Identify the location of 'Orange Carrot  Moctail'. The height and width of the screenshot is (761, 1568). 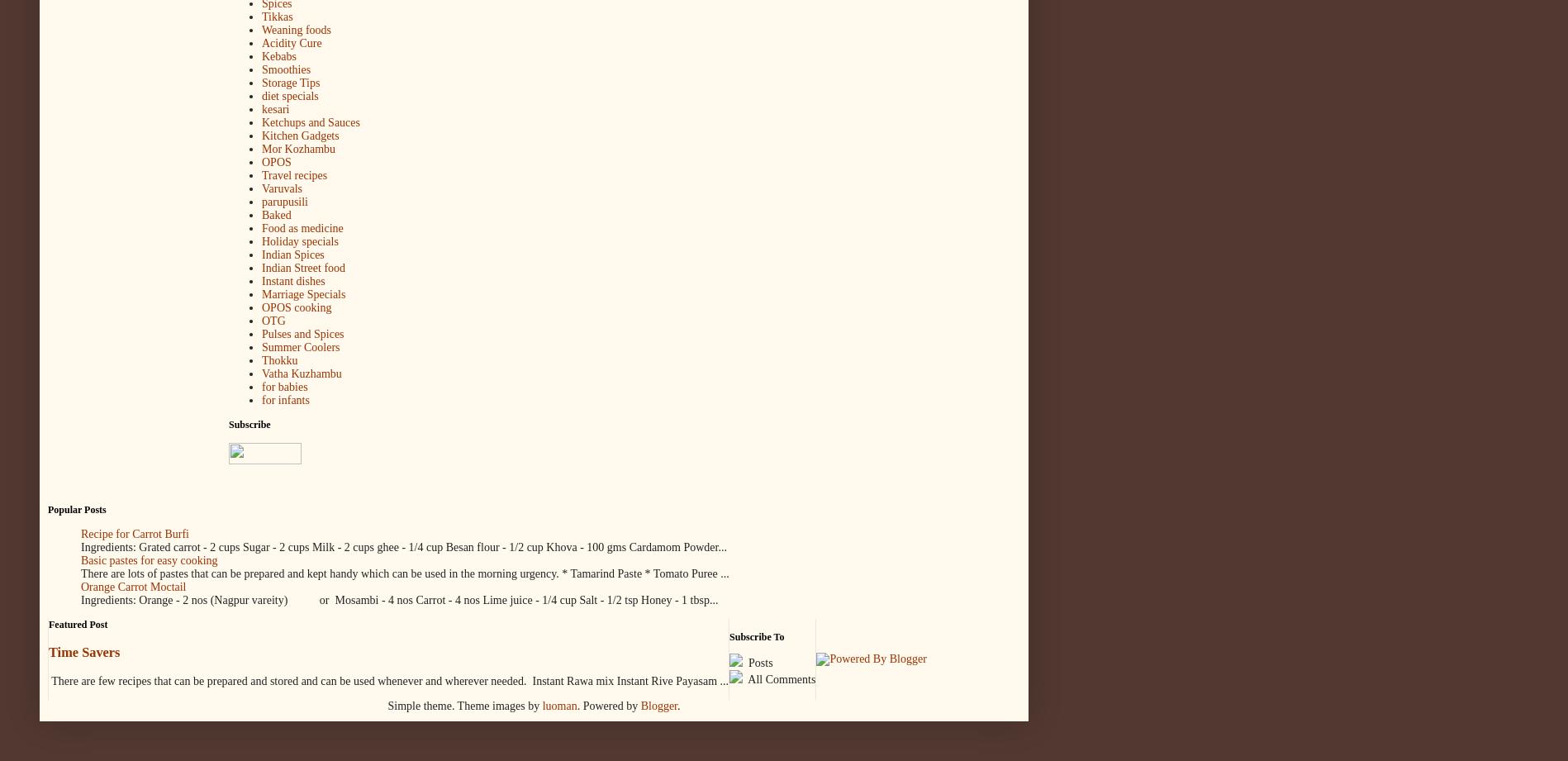
(132, 587).